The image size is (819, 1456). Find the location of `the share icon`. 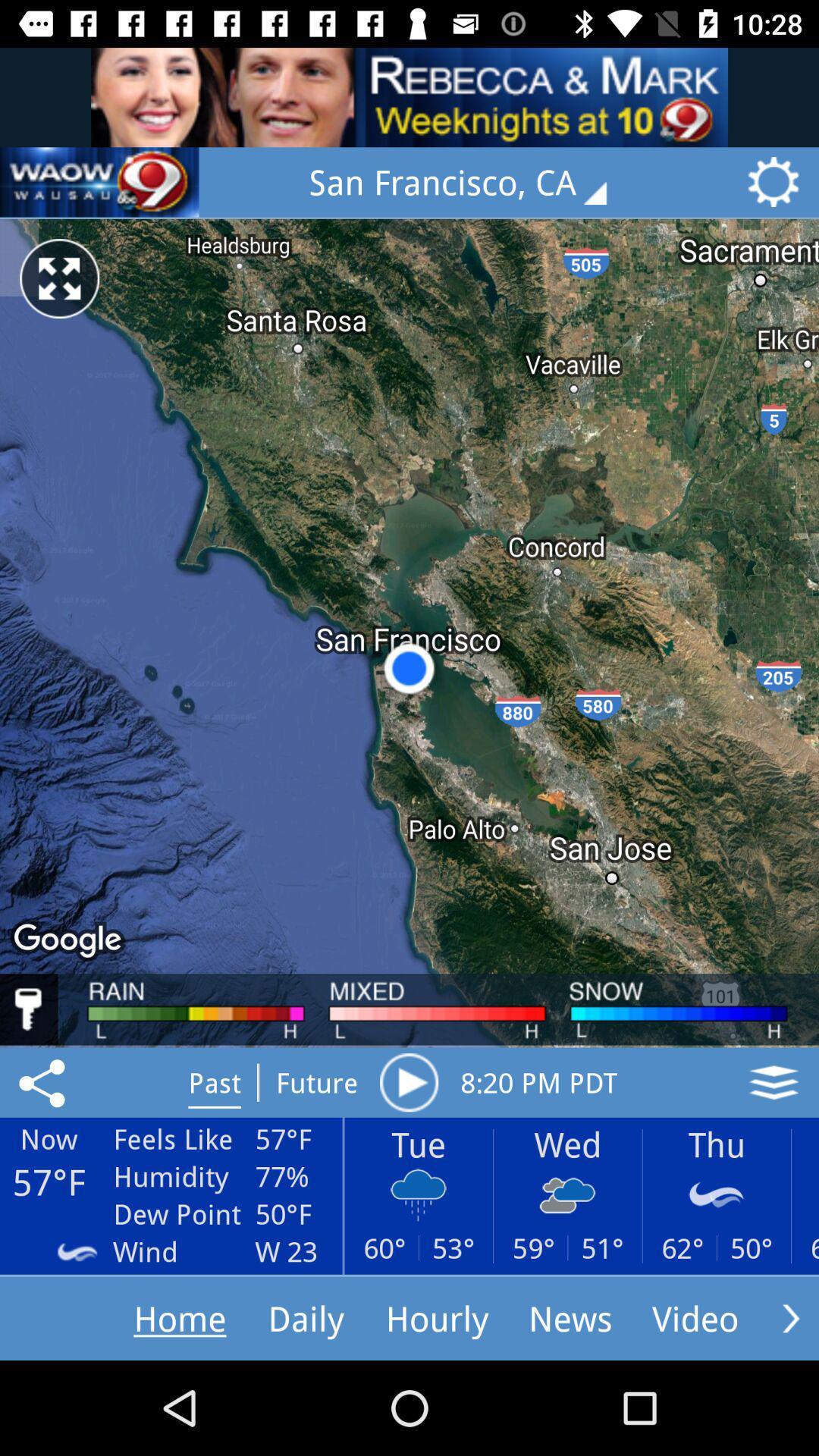

the share icon is located at coordinates (44, 1081).